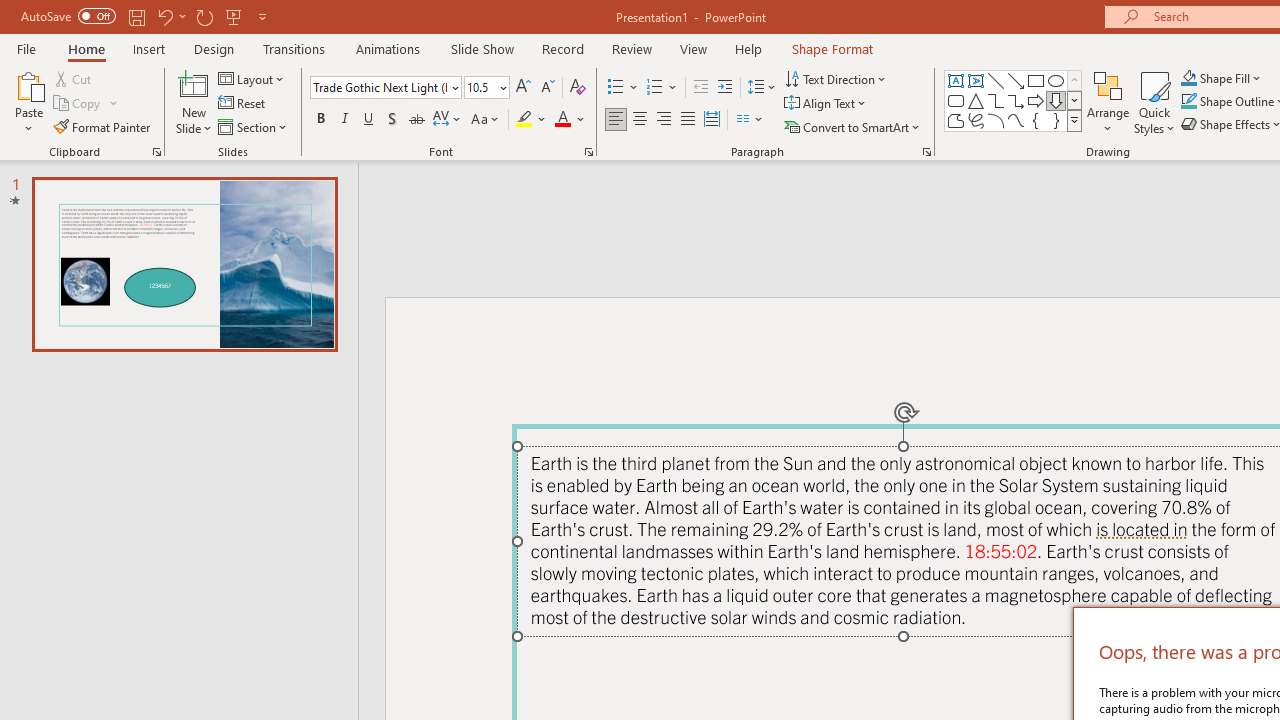 The image size is (1280, 720). What do you see at coordinates (148, 48) in the screenshot?
I see `'Insert'` at bounding box center [148, 48].